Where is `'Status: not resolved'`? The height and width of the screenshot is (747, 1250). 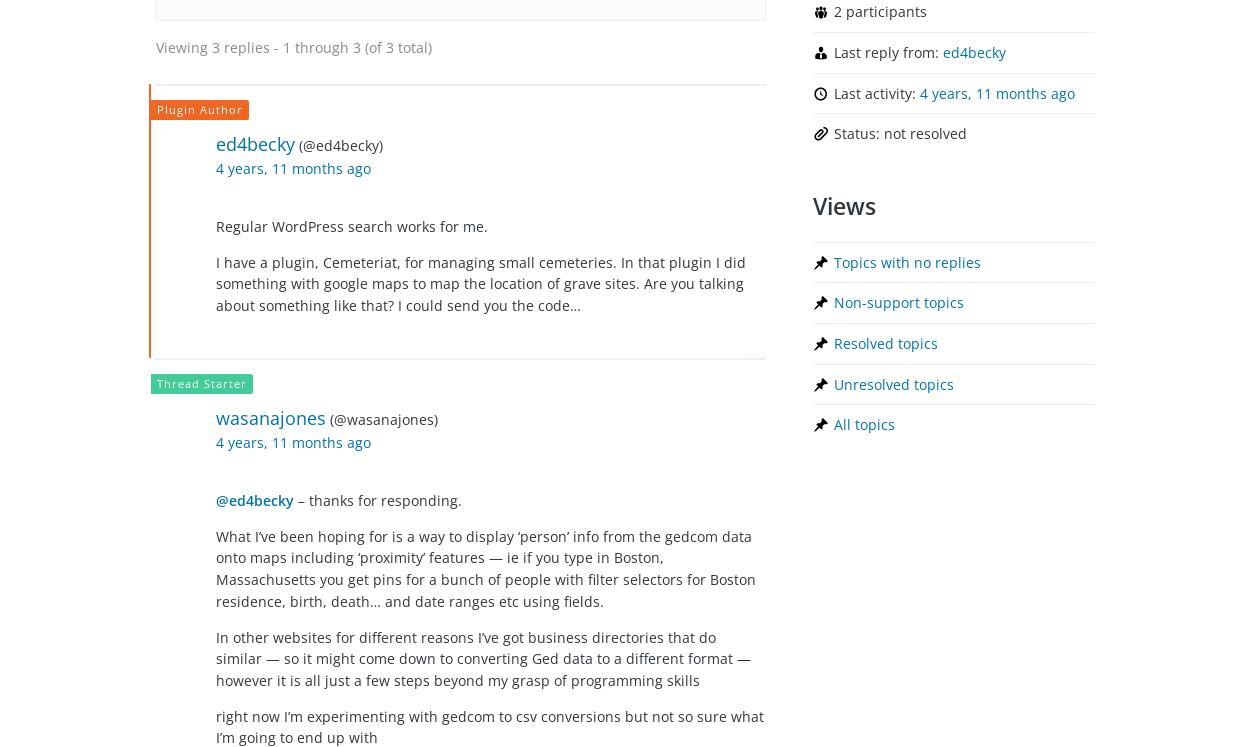
'Status: not resolved' is located at coordinates (900, 132).